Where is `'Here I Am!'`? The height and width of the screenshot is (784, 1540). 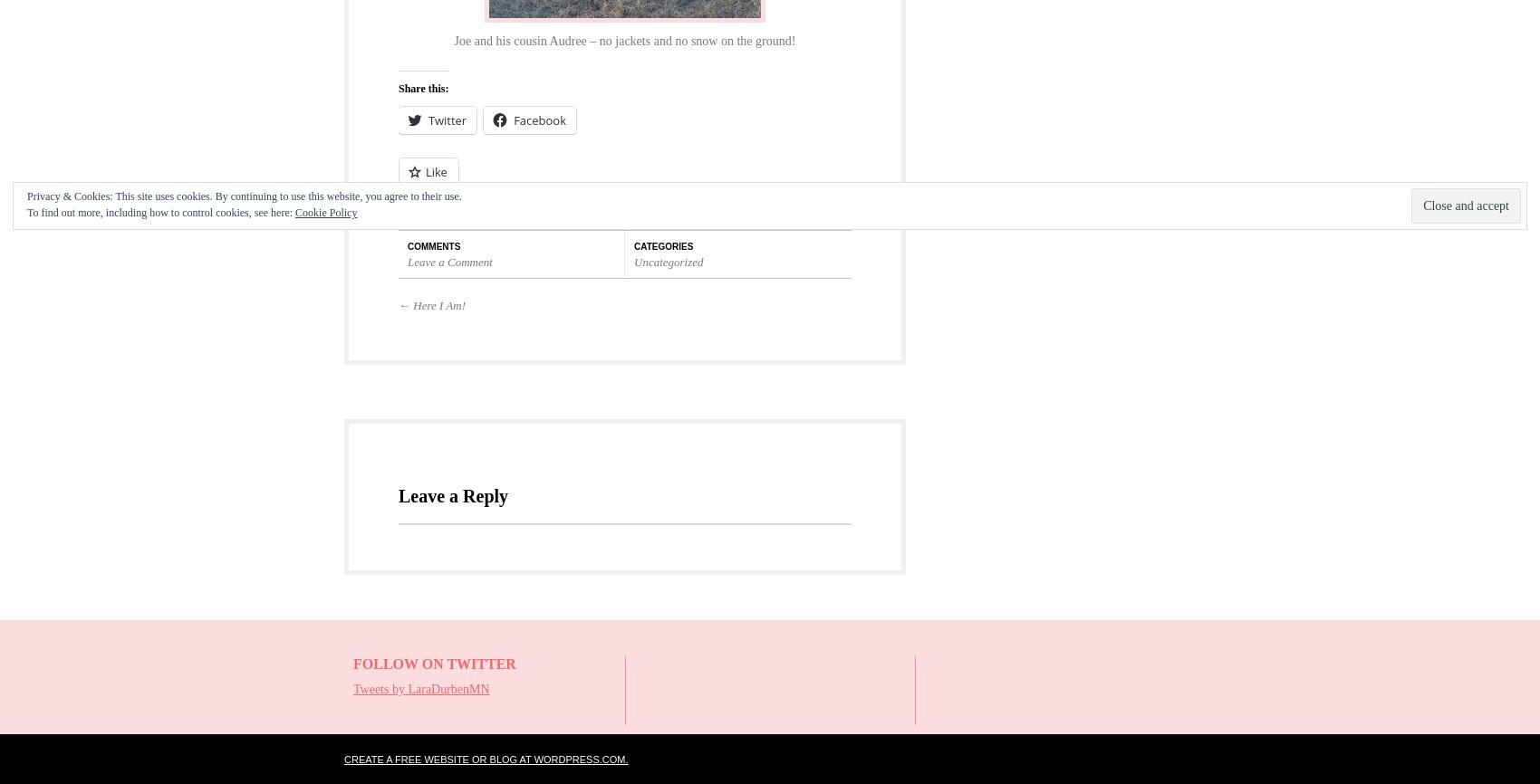 'Here I Am!' is located at coordinates (438, 304).